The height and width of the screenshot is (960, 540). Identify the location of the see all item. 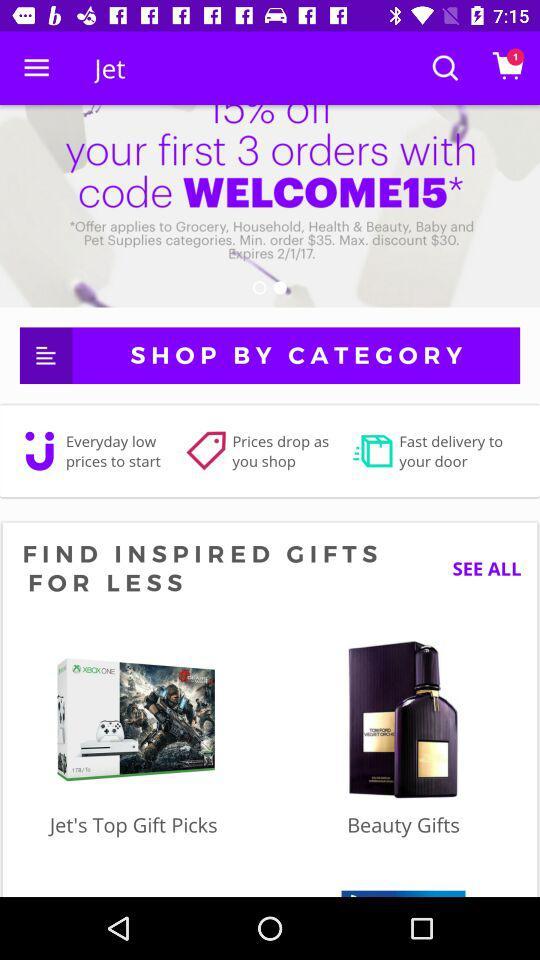
(478, 568).